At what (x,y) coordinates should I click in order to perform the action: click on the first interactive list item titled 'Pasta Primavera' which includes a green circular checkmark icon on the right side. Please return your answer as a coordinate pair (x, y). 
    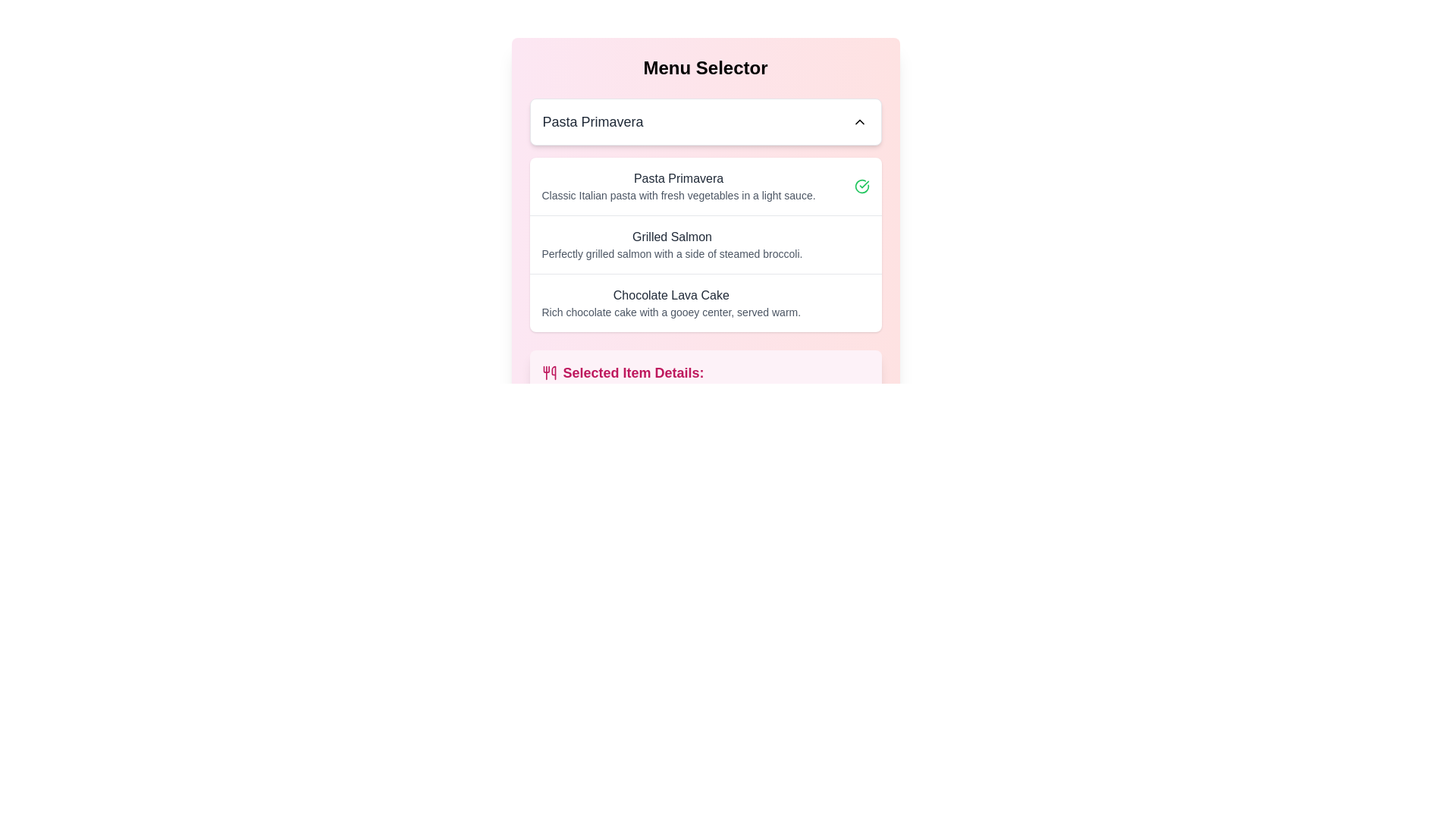
    Looking at the image, I should click on (704, 186).